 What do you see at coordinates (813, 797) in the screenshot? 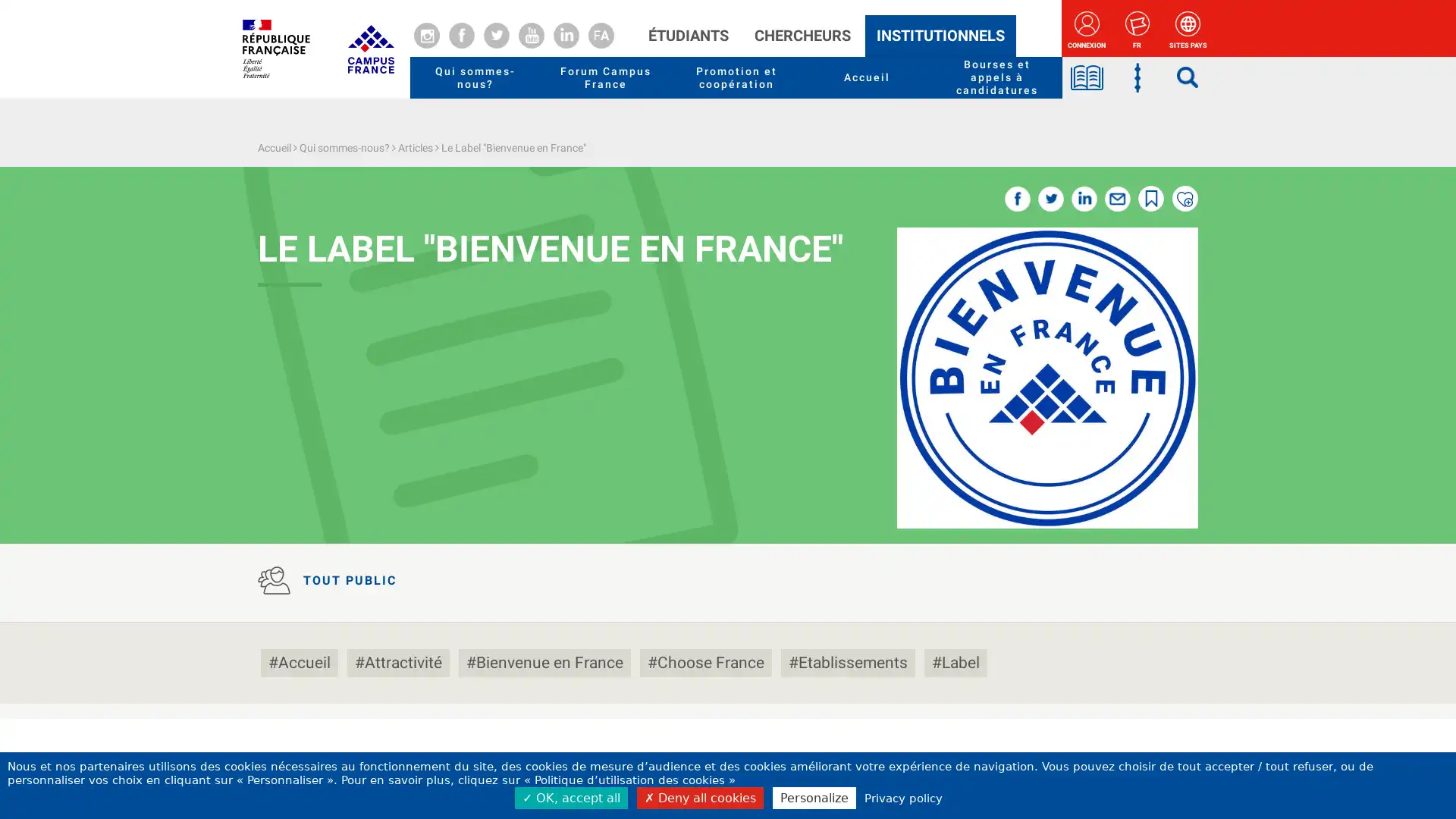
I see `Personalize` at bounding box center [813, 797].